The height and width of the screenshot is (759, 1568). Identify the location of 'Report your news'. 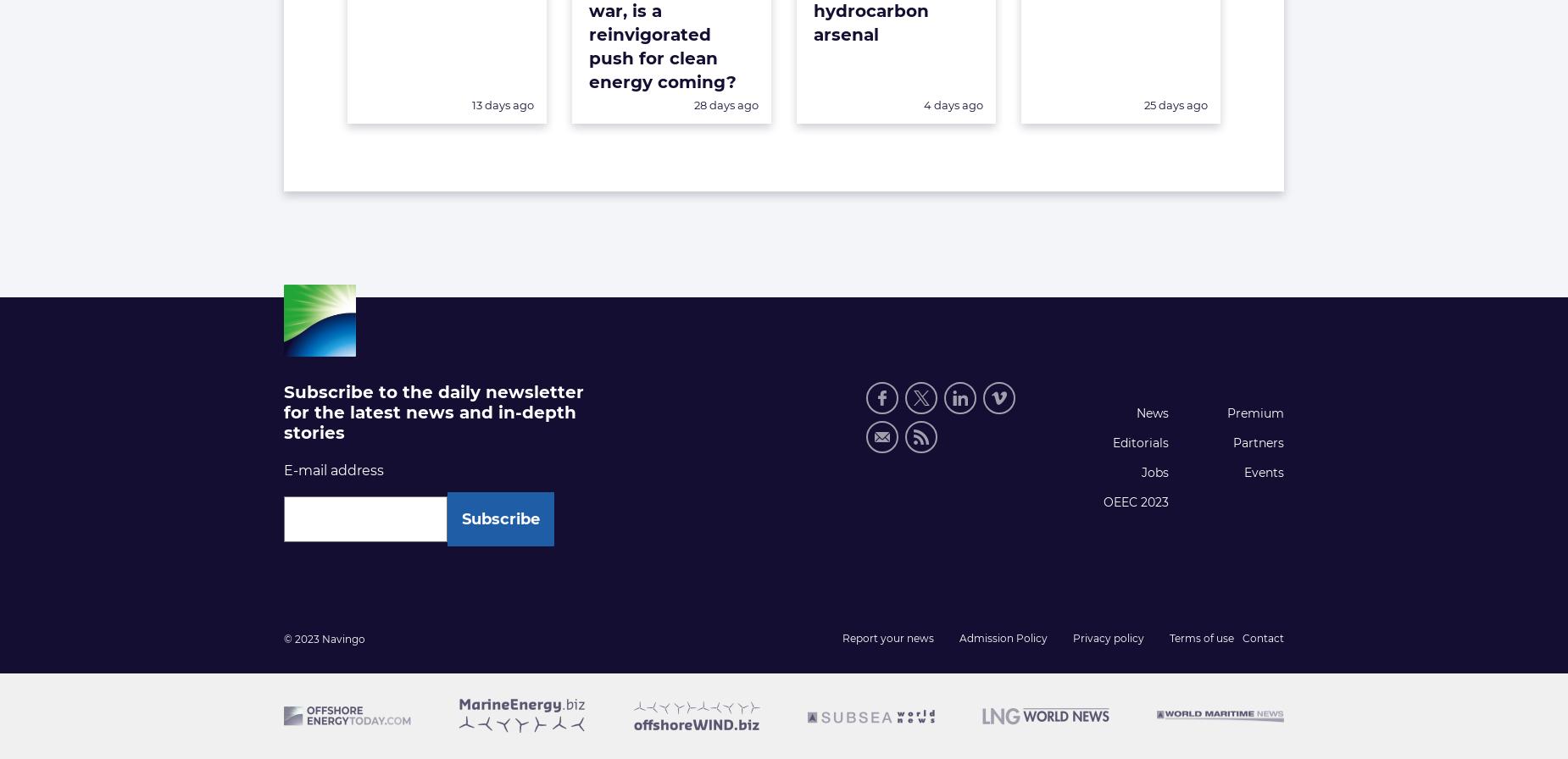
(887, 638).